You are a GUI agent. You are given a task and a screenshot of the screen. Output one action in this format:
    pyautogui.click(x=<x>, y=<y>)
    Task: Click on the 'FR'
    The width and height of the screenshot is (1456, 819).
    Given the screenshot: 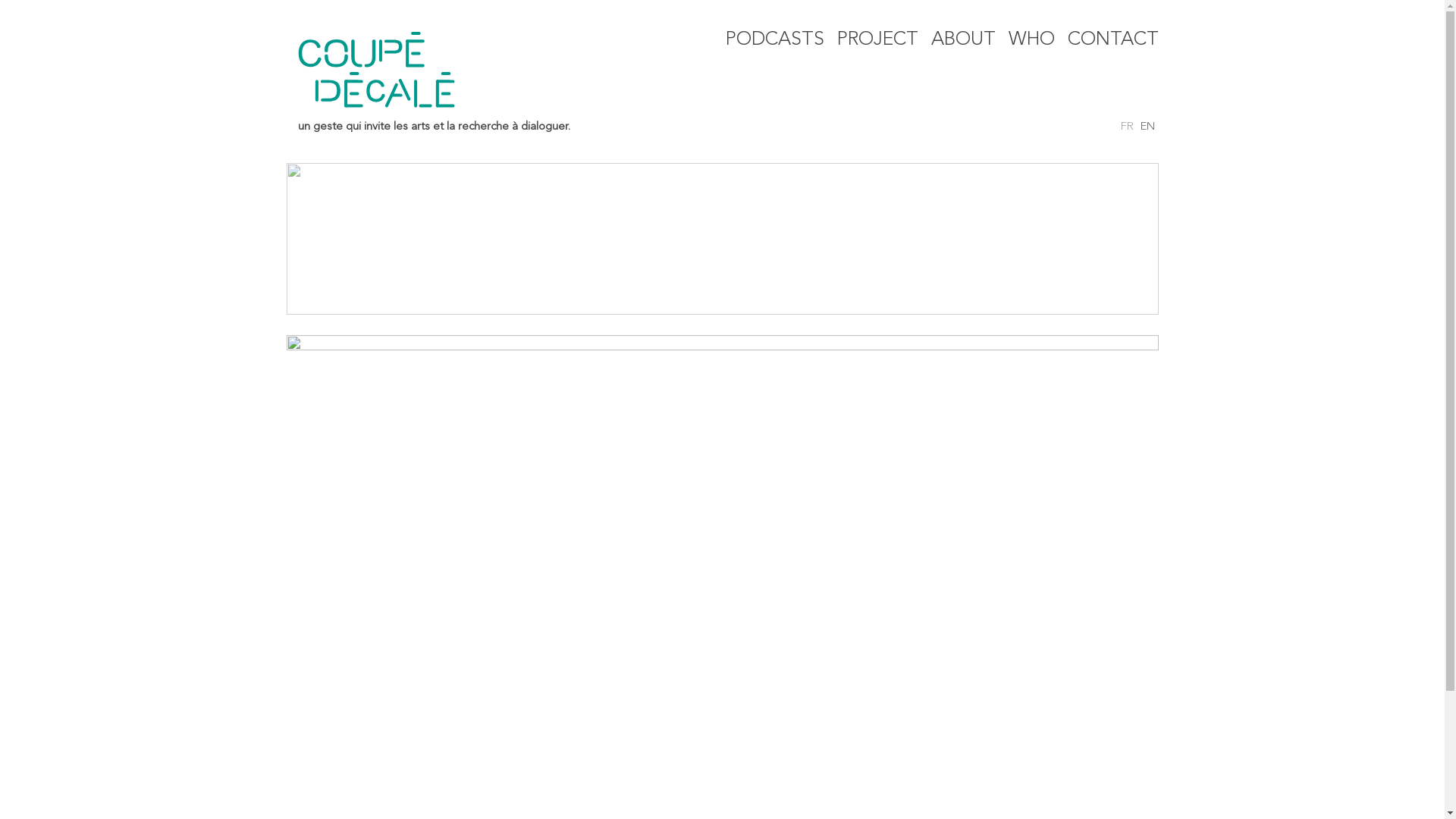 What is the action you would take?
    pyautogui.click(x=1127, y=126)
    